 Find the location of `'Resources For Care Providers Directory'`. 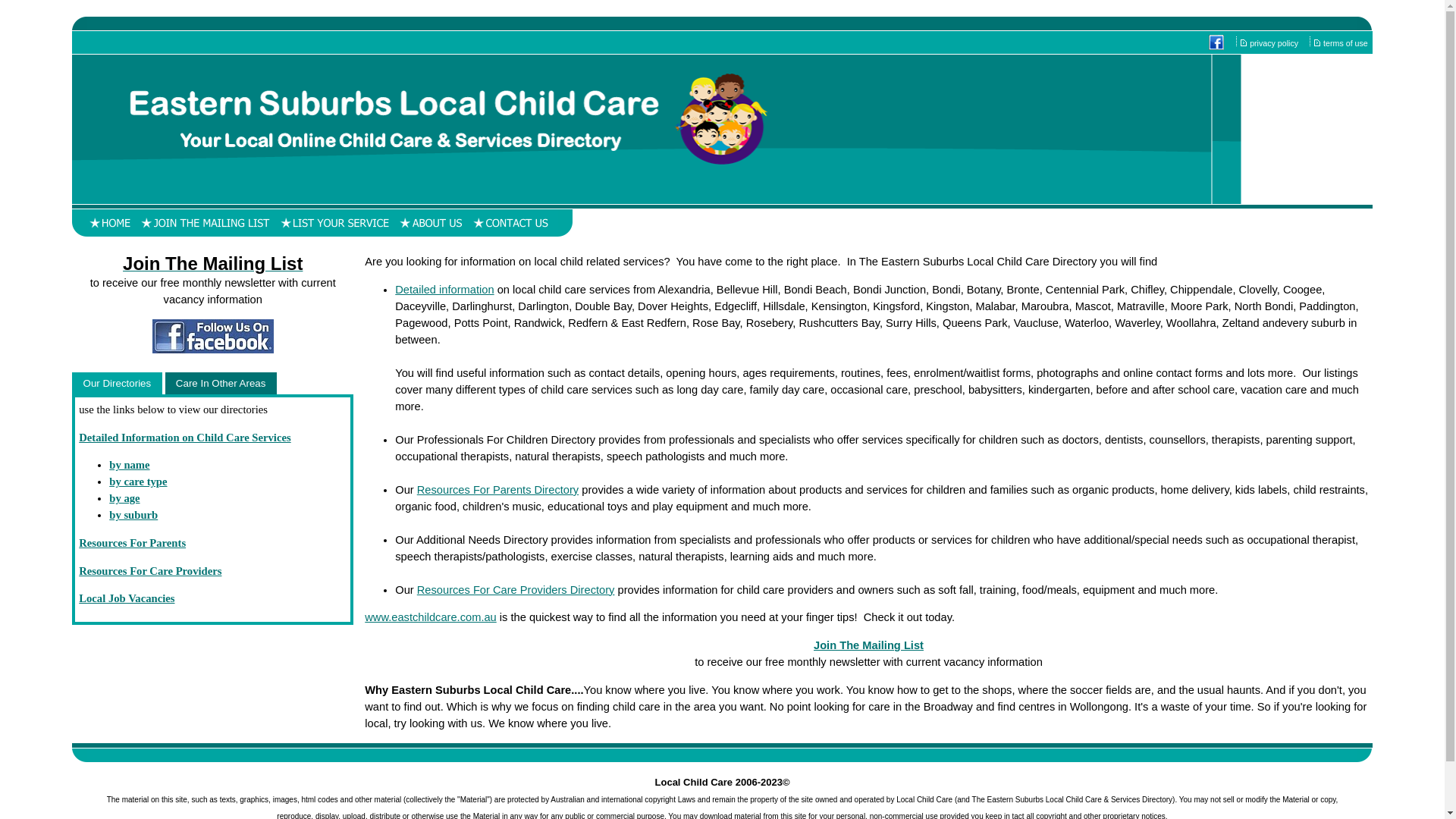

'Resources For Care Providers Directory' is located at coordinates (516, 589).